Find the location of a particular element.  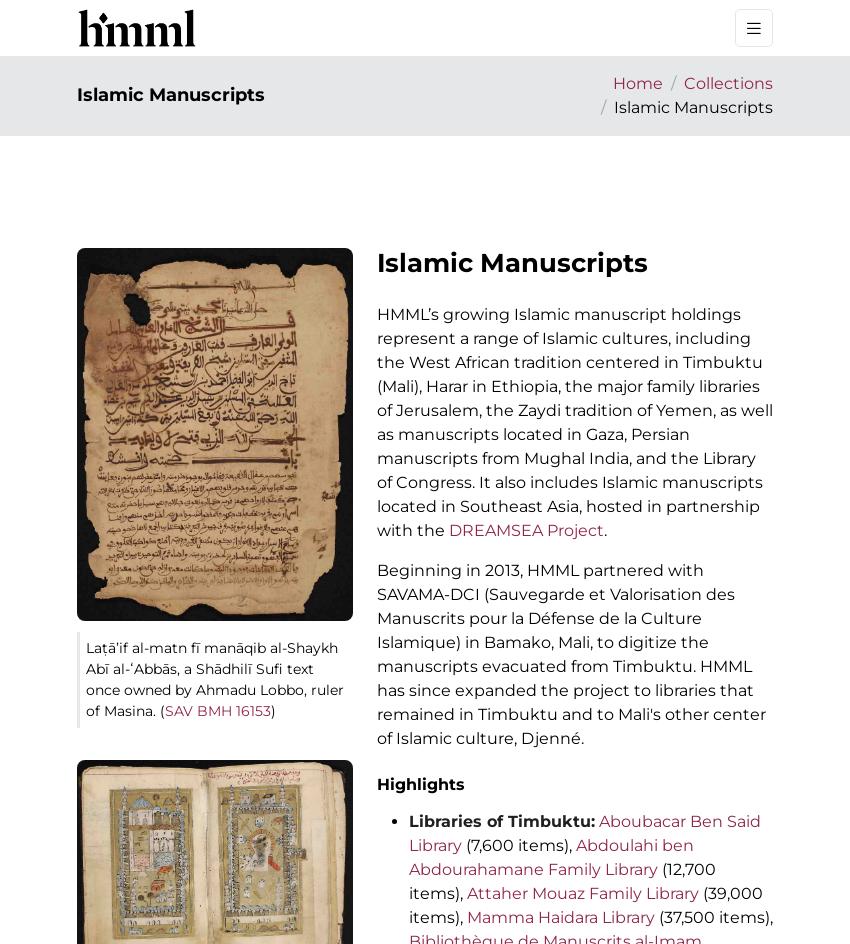

'HMML’s growing Islamic manuscript holdings represent a range of Islamic cultures, including the West African tradition centered in Timbuktu (Mali), Harar in Ethiopia, the major family libraries of Jerusalem, the Zaydi tradition of Yemen, as well as manuscripts located in Gaza, Persian manuscripts from Mughal India, and the Library of Congress. It also includes Islamic manuscripts located in Southeast Asia, hosted in partnership with the' is located at coordinates (575, 421).